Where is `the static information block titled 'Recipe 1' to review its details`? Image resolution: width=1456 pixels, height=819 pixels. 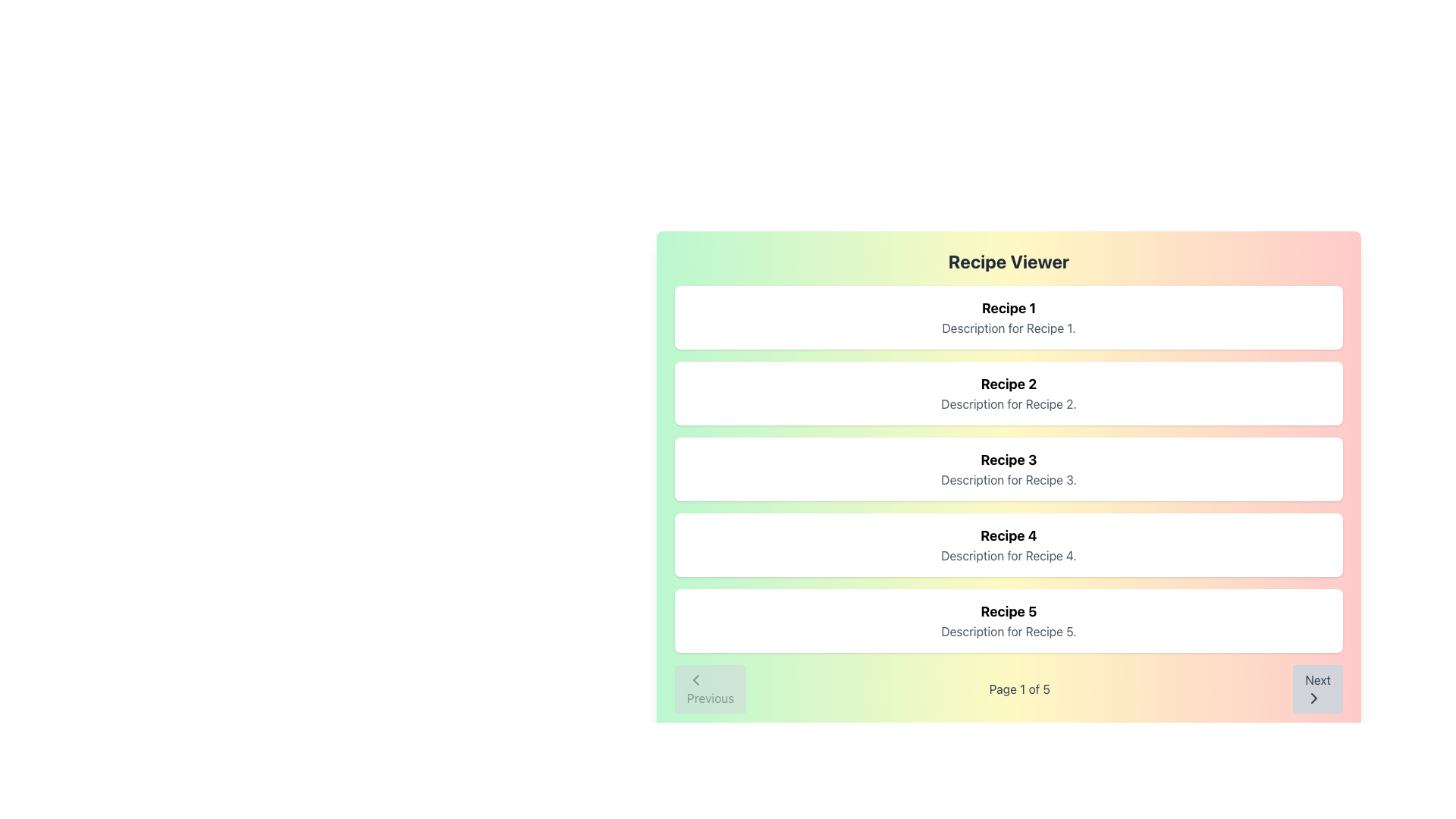
the static information block titled 'Recipe 1' to review its details is located at coordinates (1009, 317).